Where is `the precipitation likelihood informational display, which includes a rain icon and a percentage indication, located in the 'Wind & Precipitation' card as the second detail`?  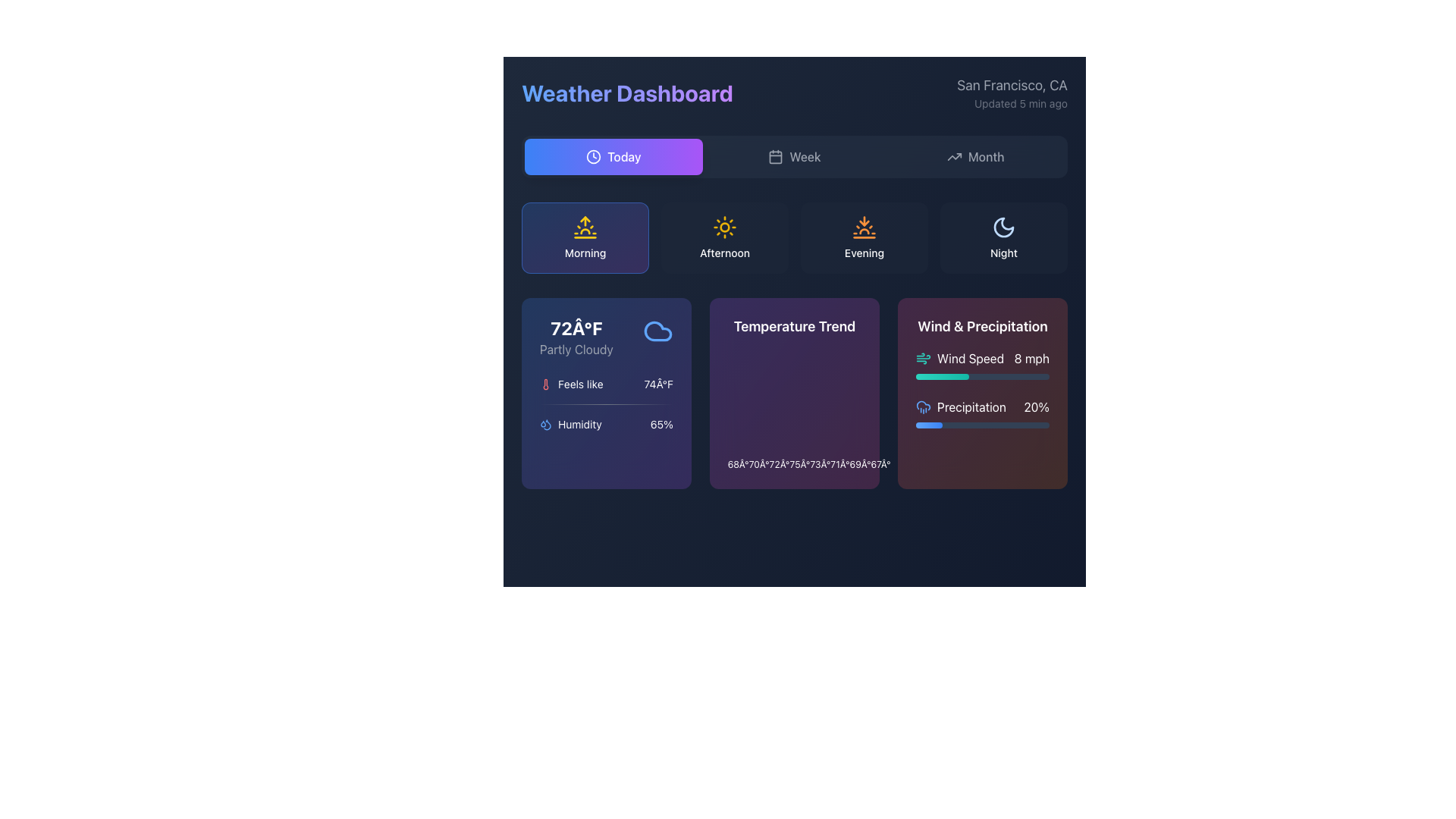 the precipitation likelihood informational display, which includes a rain icon and a percentage indication, located in the 'Wind & Precipitation' card as the second detail is located at coordinates (983, 406).